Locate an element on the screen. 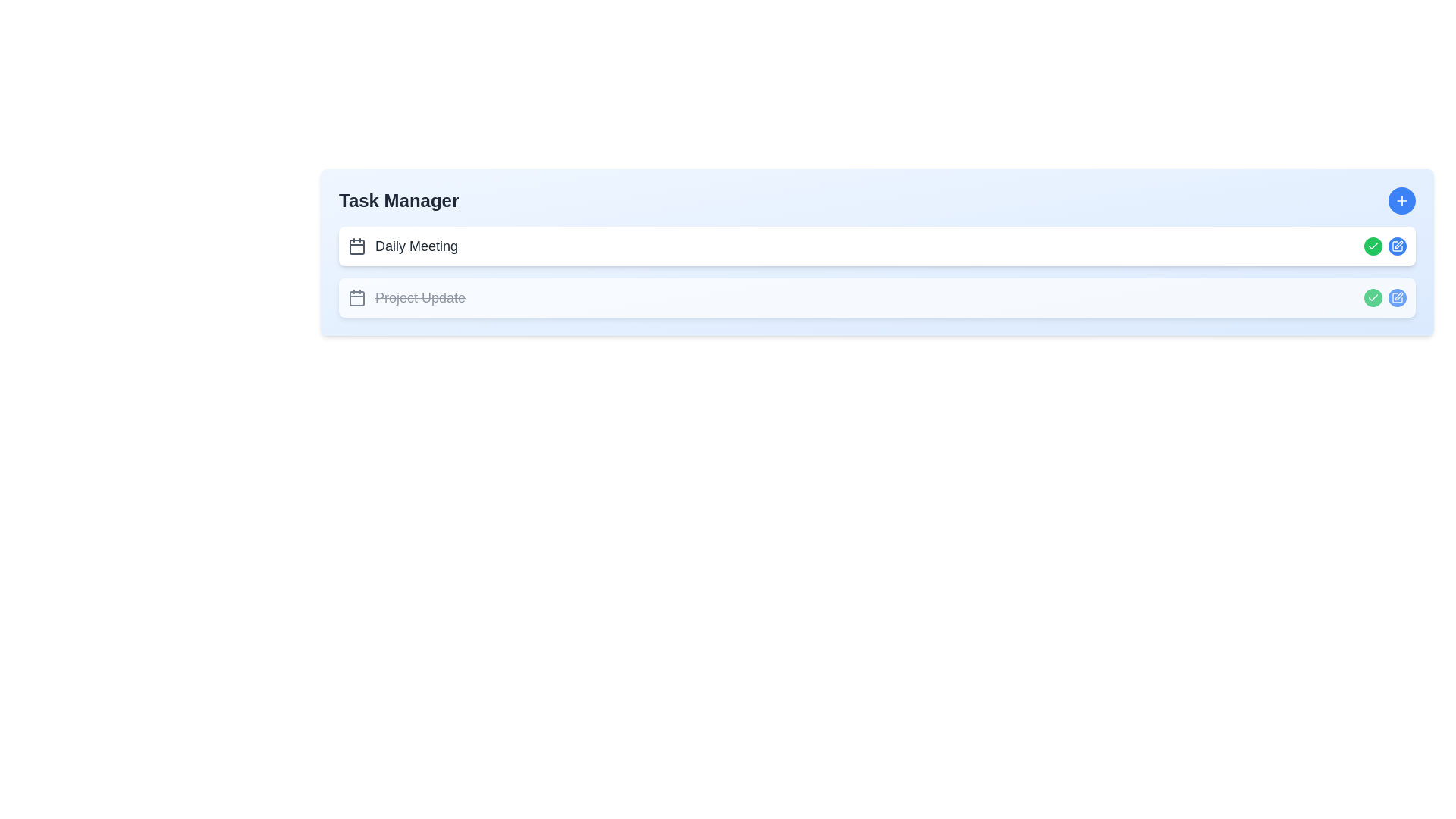 The image size is (1456, 819). the labeled item with a calendar icon and text 'Project Update' is located at coordinates (406, 298).